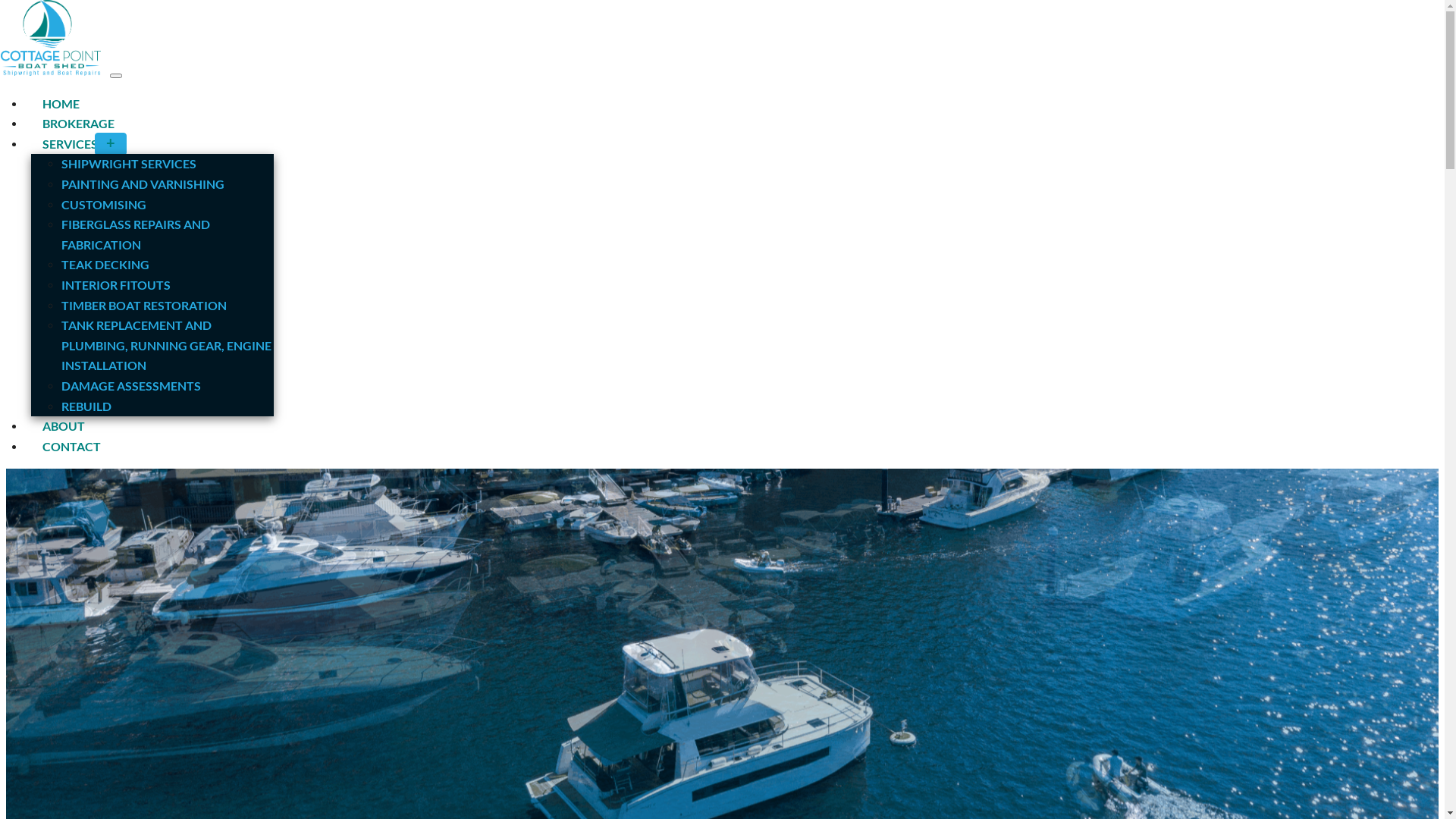 Image resolution: width=1456 pixels, height=819 pixels. Describe the element at coordinates (31, 102) in the screenshot. I see `'HOME'` at that location.